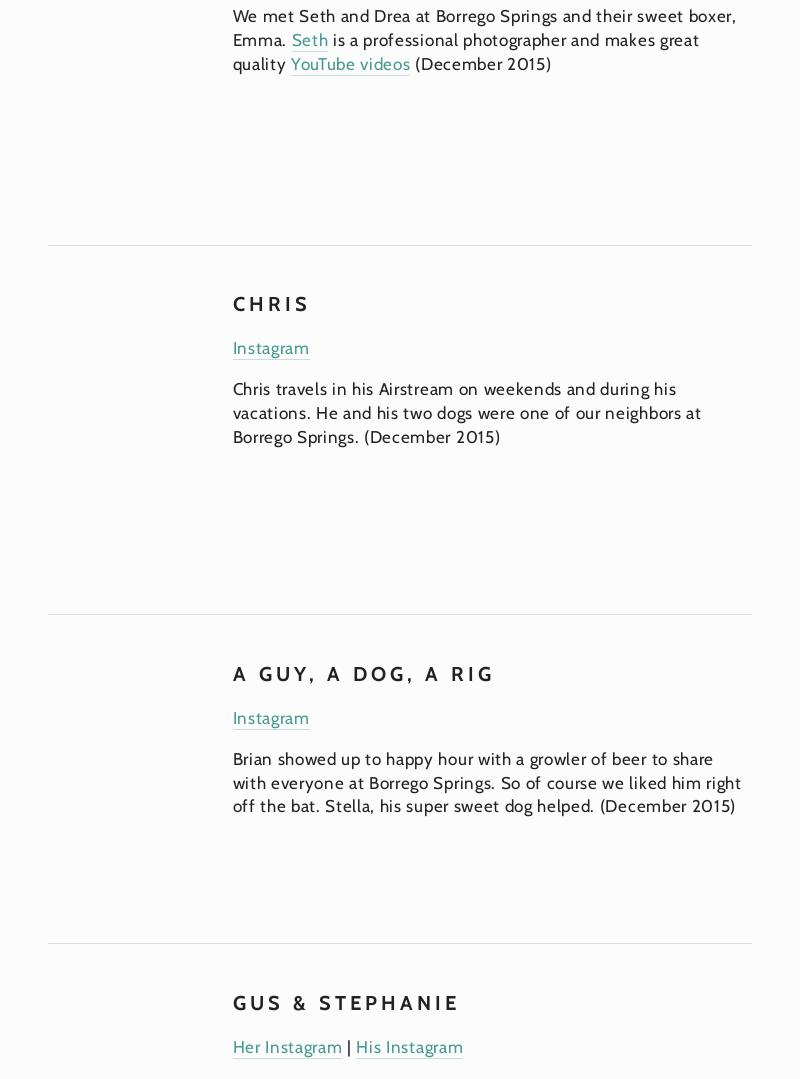 This screenshot has width=800, height=1079. What do you see at coordinates (231, 411) in the screenshot?
I see `'Chris travels in his Airstream on weekends and during his vacations. He and his two dogs were one of our neighbors at Borrego Springs. (December 2015)'` at bounding box center [231, 411].